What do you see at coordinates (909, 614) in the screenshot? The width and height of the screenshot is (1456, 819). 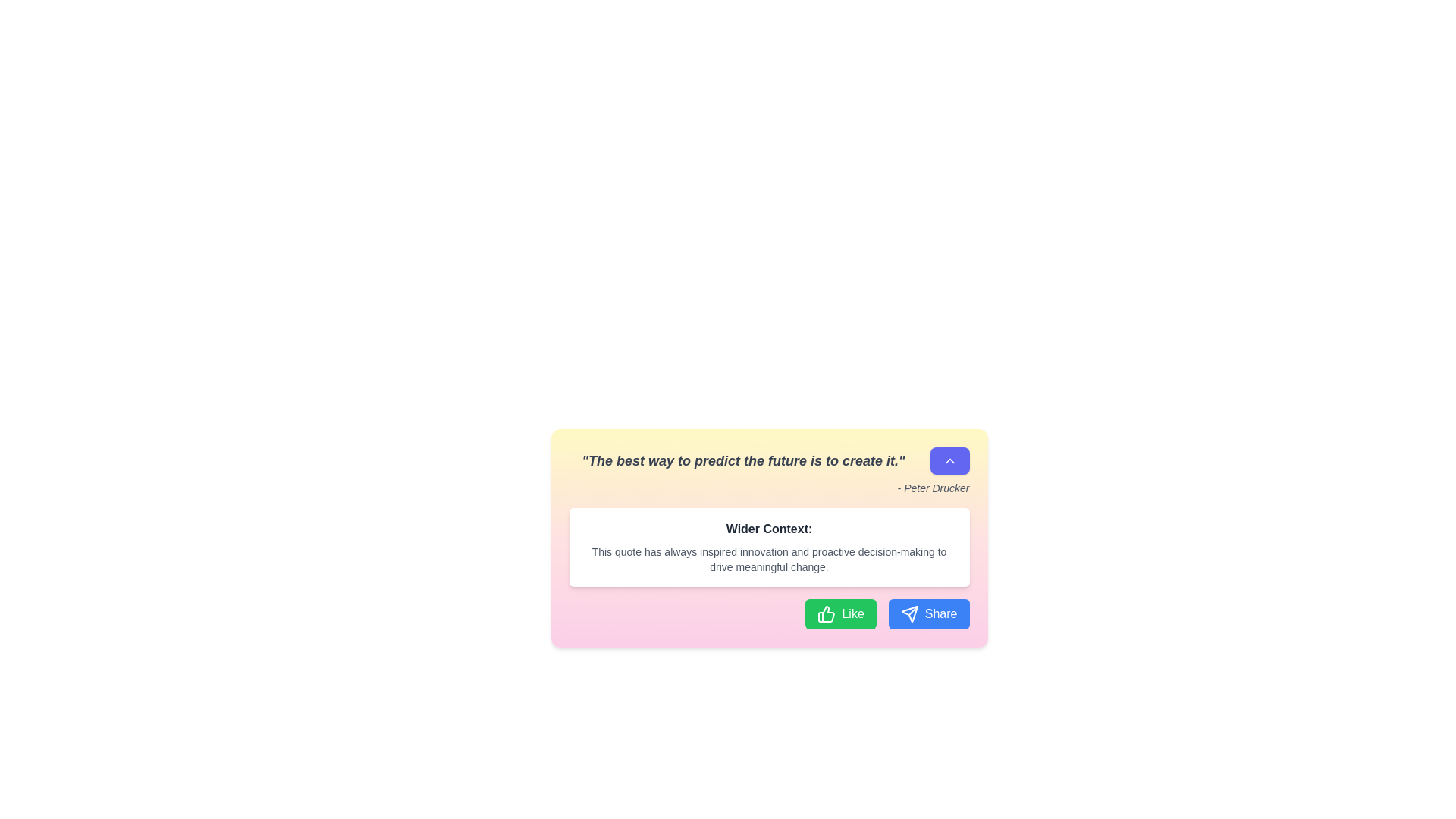 I see `the blue paper plane icon located at the bottom right corner of the panel` at bounding box center [909, 614].